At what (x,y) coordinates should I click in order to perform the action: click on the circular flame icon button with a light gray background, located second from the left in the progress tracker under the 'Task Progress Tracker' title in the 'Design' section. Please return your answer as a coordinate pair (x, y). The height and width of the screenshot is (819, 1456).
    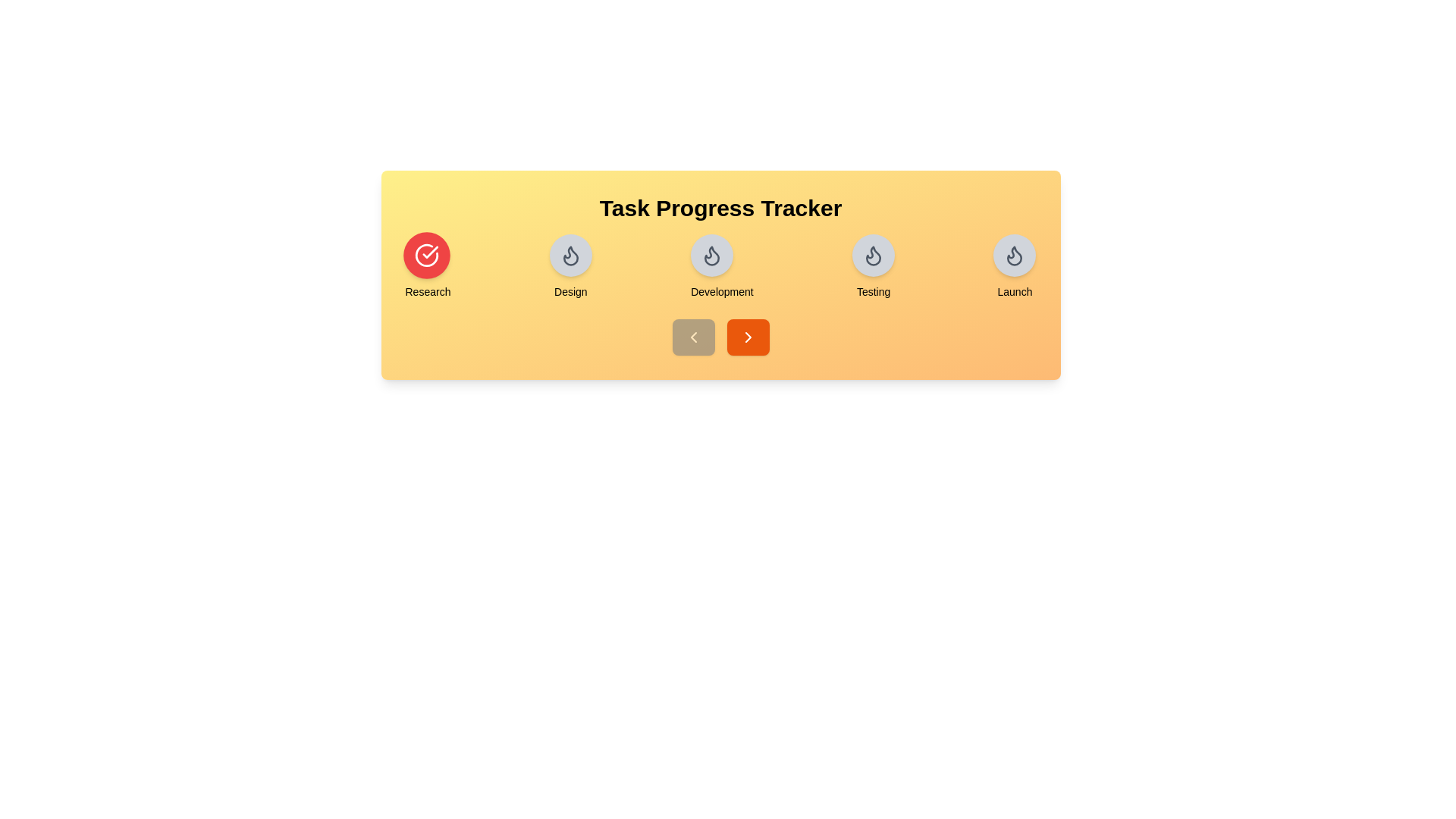
    Looking at the image, I should click on (570, 254).